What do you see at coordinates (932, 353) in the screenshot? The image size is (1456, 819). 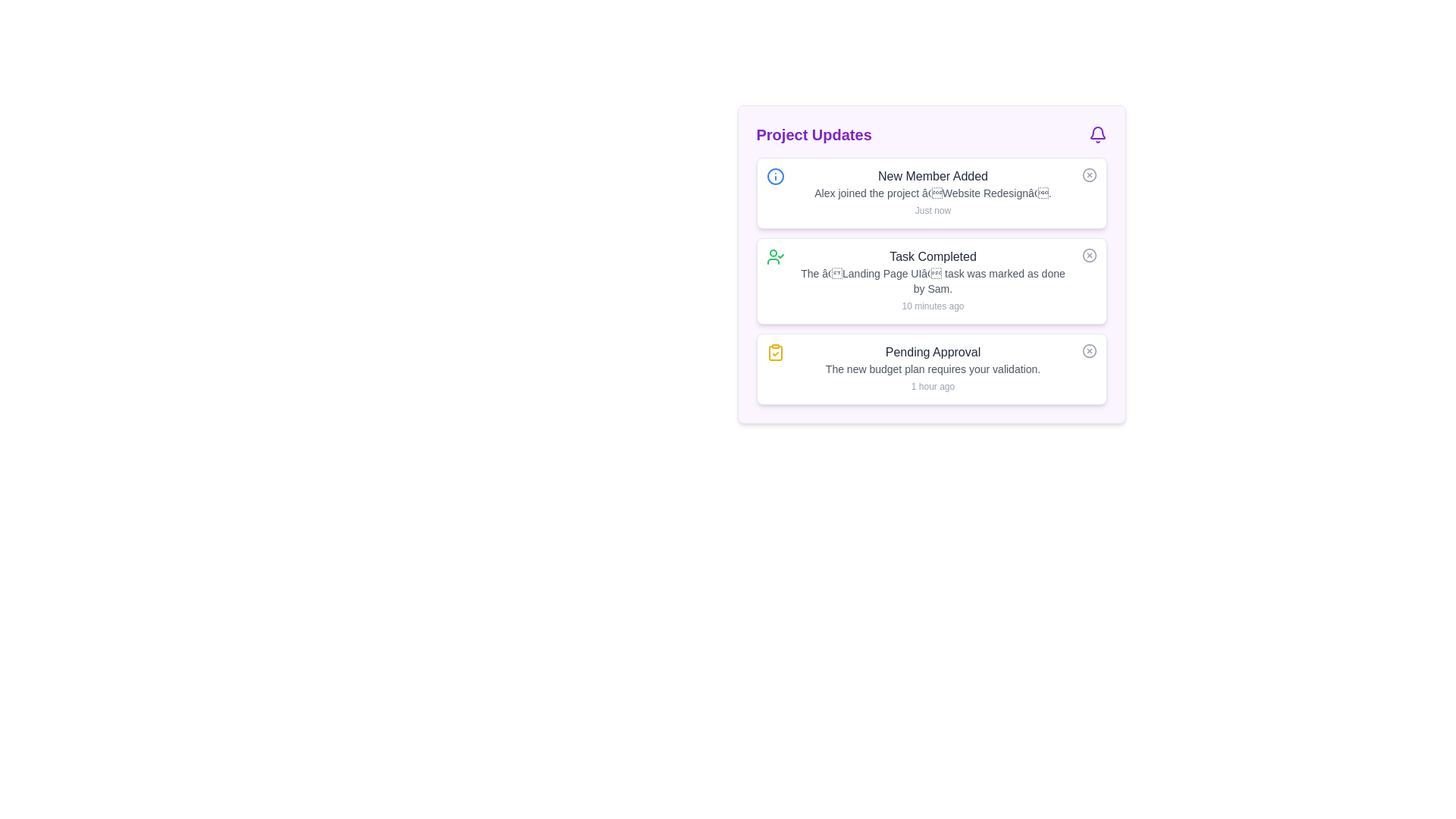 I see `the title text label of the third notification card to assist in identifying related notifications` at bounding box center [932, 353].